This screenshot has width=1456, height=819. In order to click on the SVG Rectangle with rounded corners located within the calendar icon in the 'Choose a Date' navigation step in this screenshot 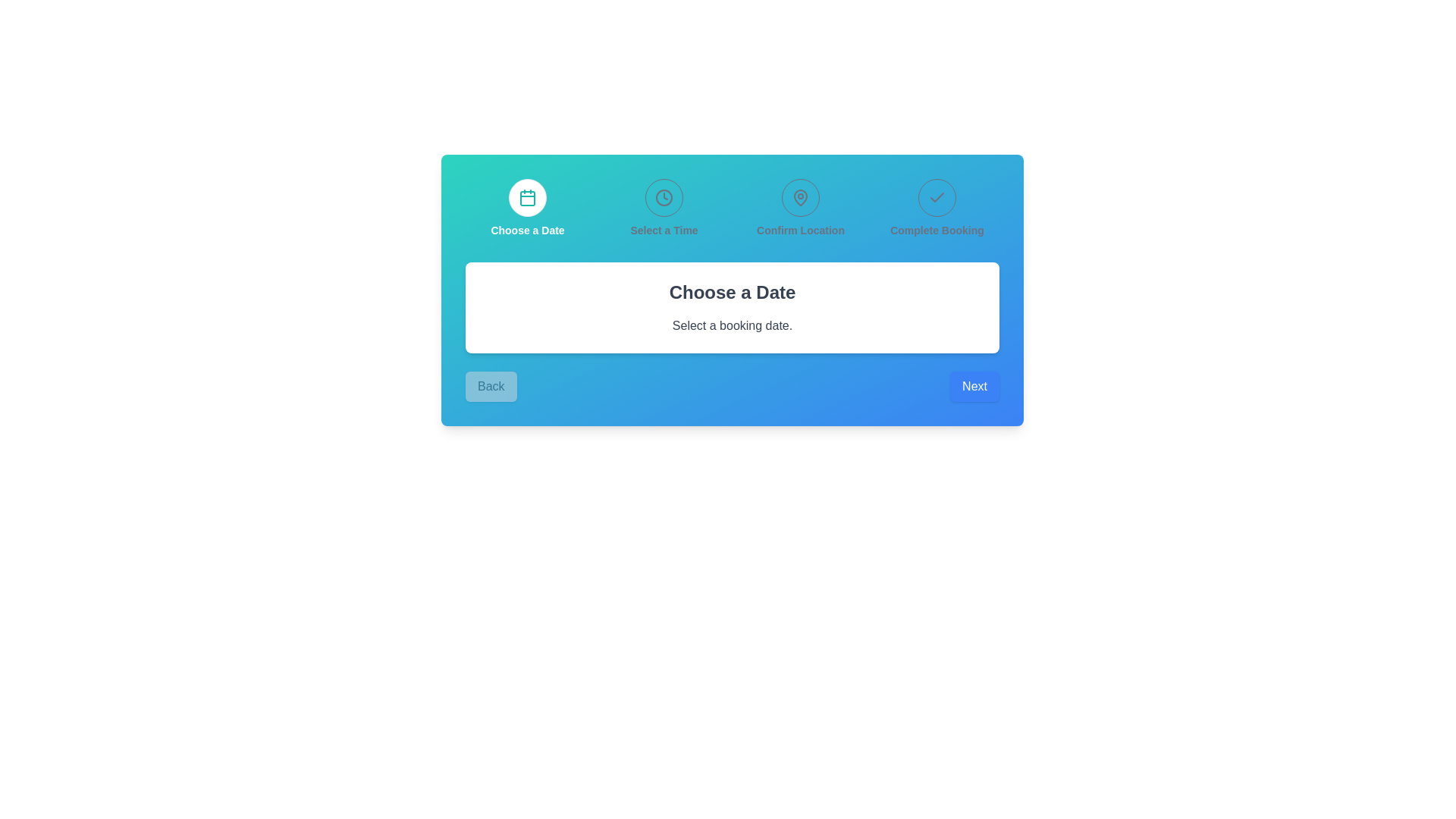, I will do `click(528, 198)`.